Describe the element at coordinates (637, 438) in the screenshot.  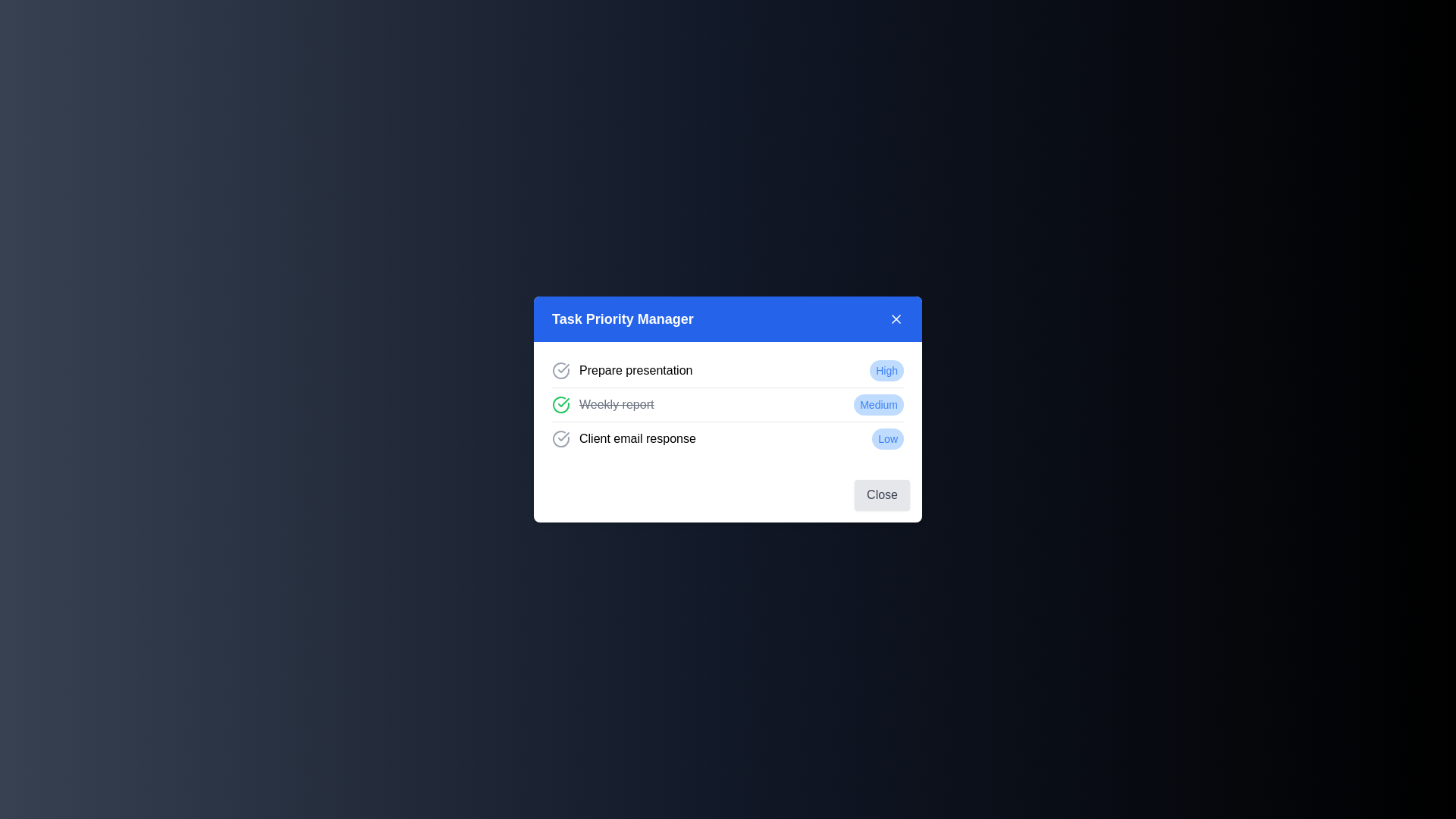
I see `text label displaying 'Client email response', which is the third text element in the list of the 'Task Priority Manager' dialog box` at that location.